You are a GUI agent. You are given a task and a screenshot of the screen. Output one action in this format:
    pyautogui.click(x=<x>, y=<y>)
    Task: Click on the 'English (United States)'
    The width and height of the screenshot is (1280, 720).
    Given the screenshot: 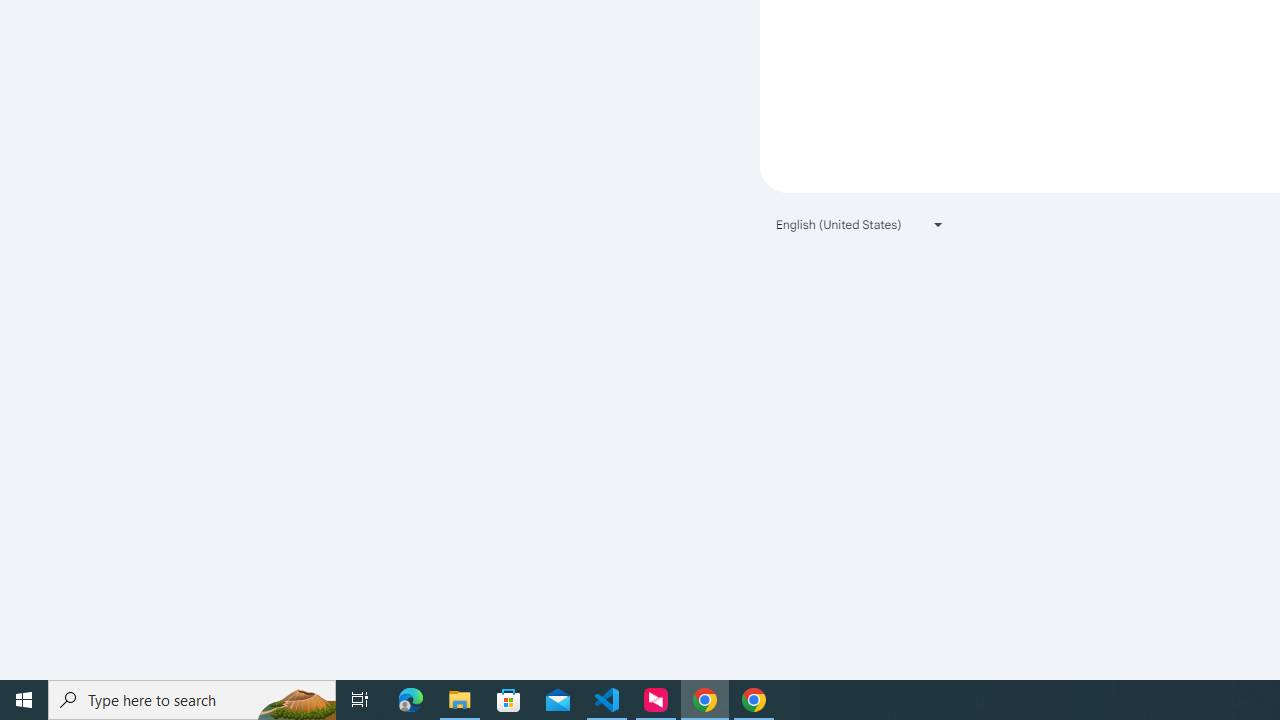 What is the action you would take?
    pyautogui.click(x=860, y=224)
    